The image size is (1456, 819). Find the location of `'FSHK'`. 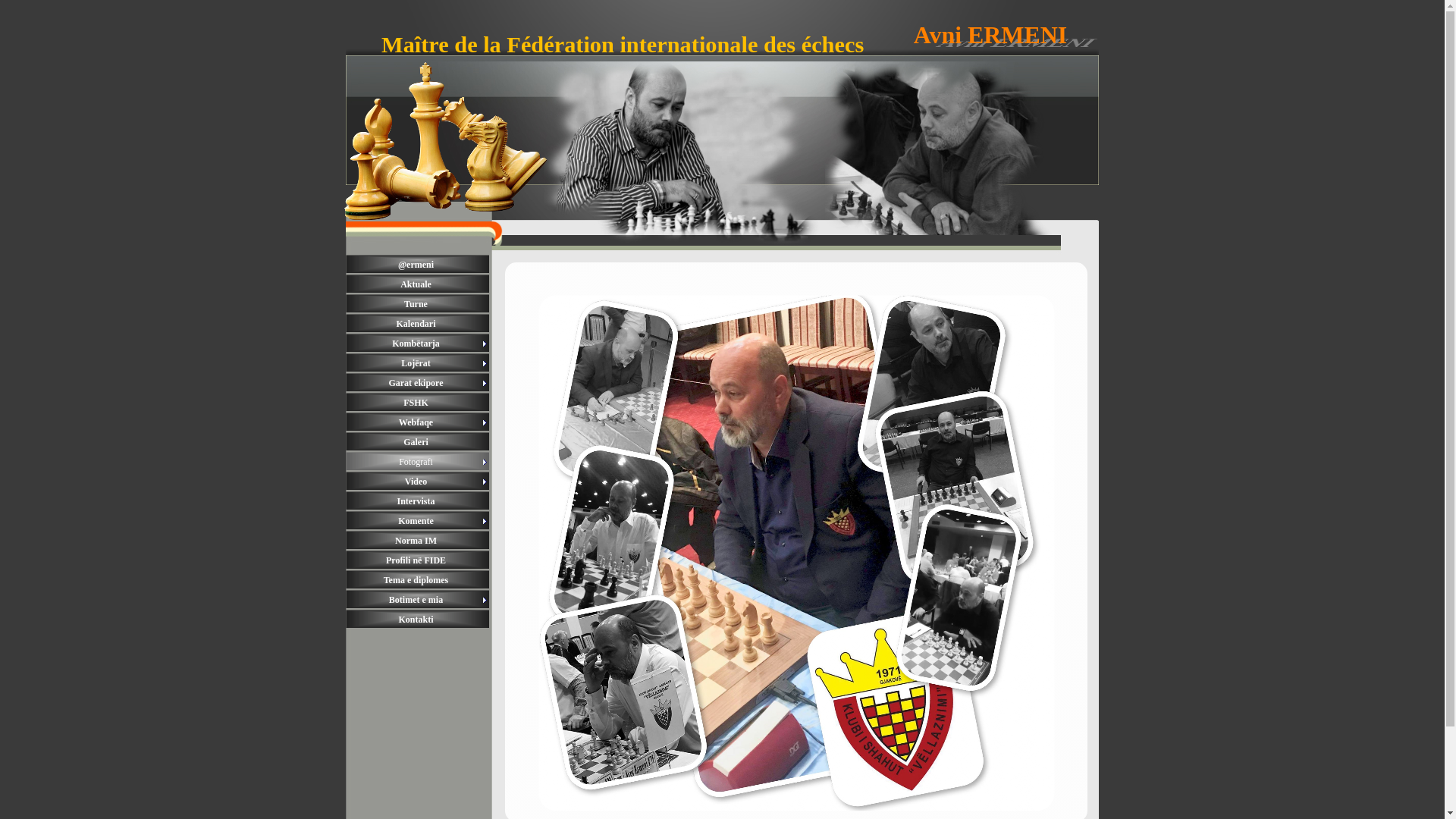

'FSHK' is located at coordinates (345, 402).